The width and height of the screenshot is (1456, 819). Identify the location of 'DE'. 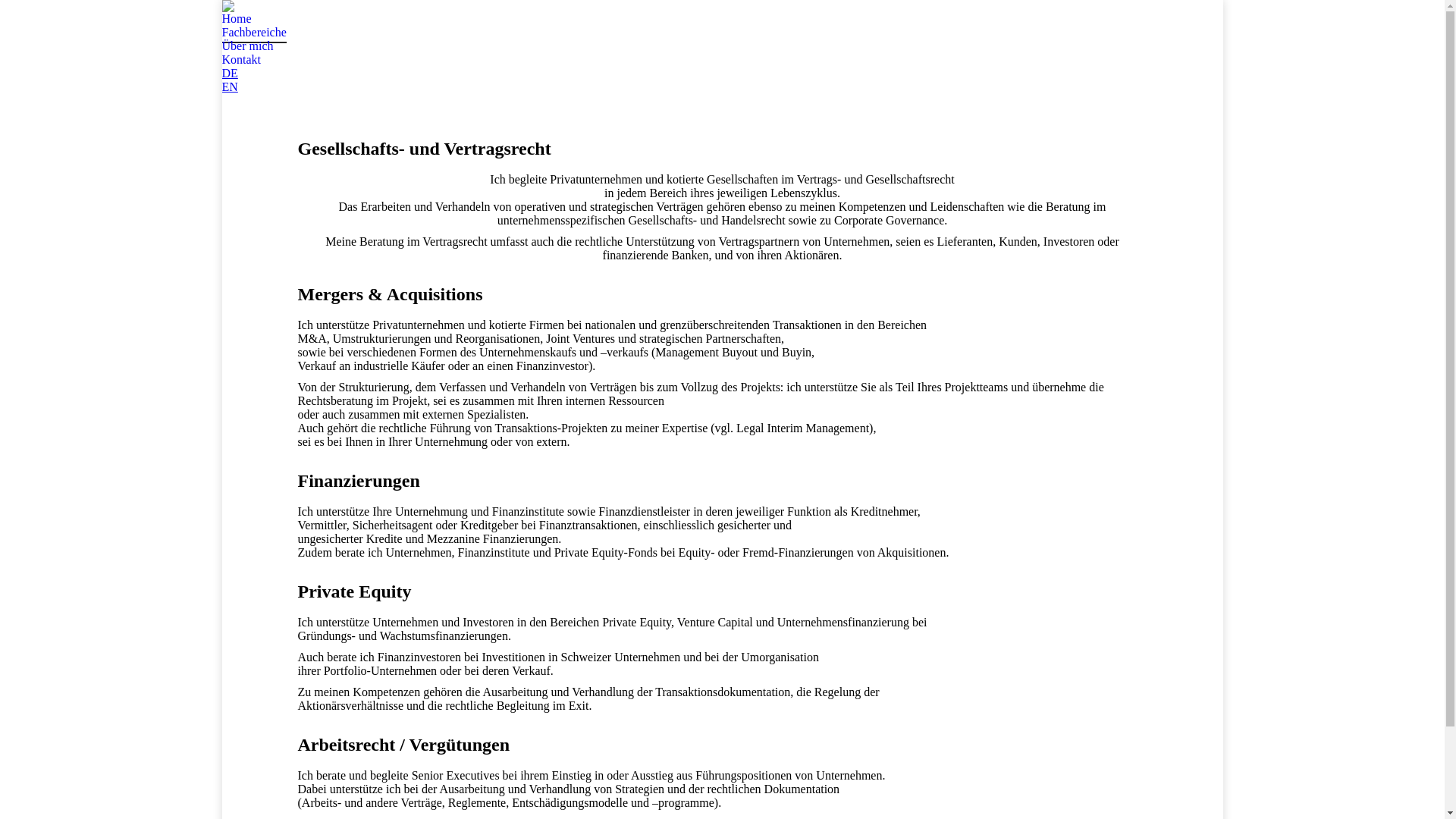
(228, 73).